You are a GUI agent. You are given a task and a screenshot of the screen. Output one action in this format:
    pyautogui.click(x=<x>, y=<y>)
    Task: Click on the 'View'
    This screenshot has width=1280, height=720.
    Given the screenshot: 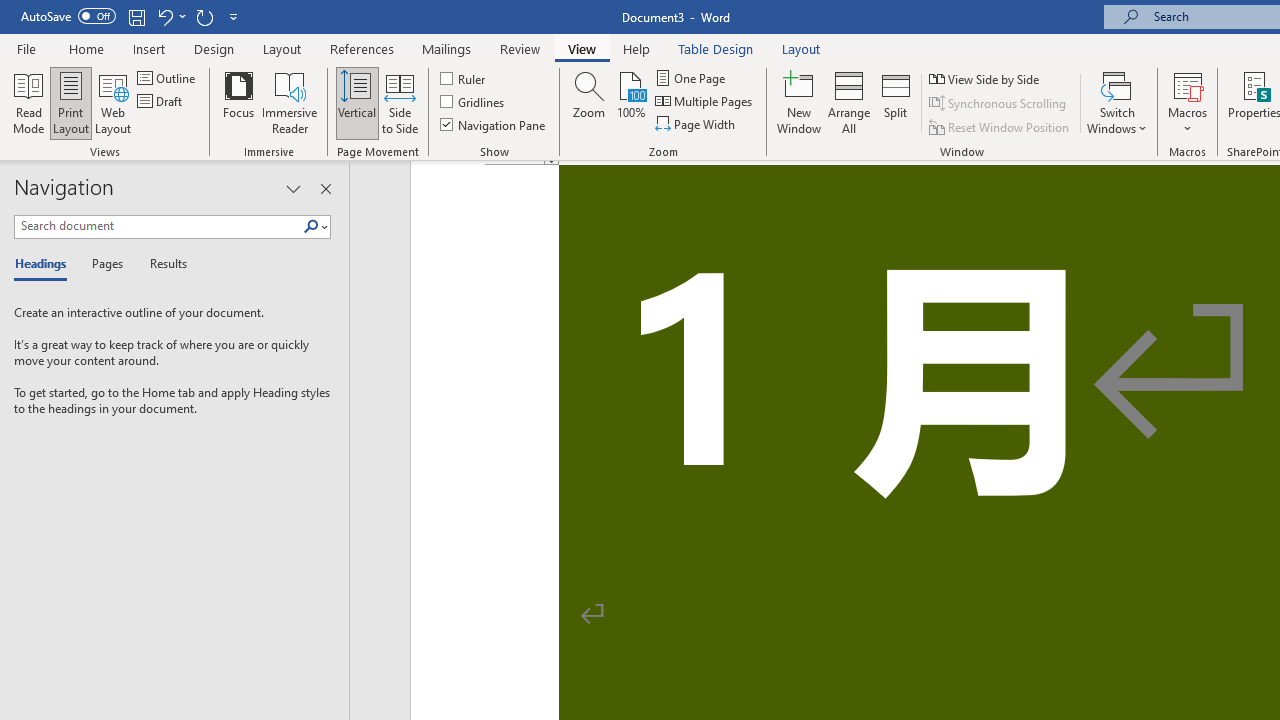 What is the action you would take?
    pyautogui.click(x=581, y=48)
    